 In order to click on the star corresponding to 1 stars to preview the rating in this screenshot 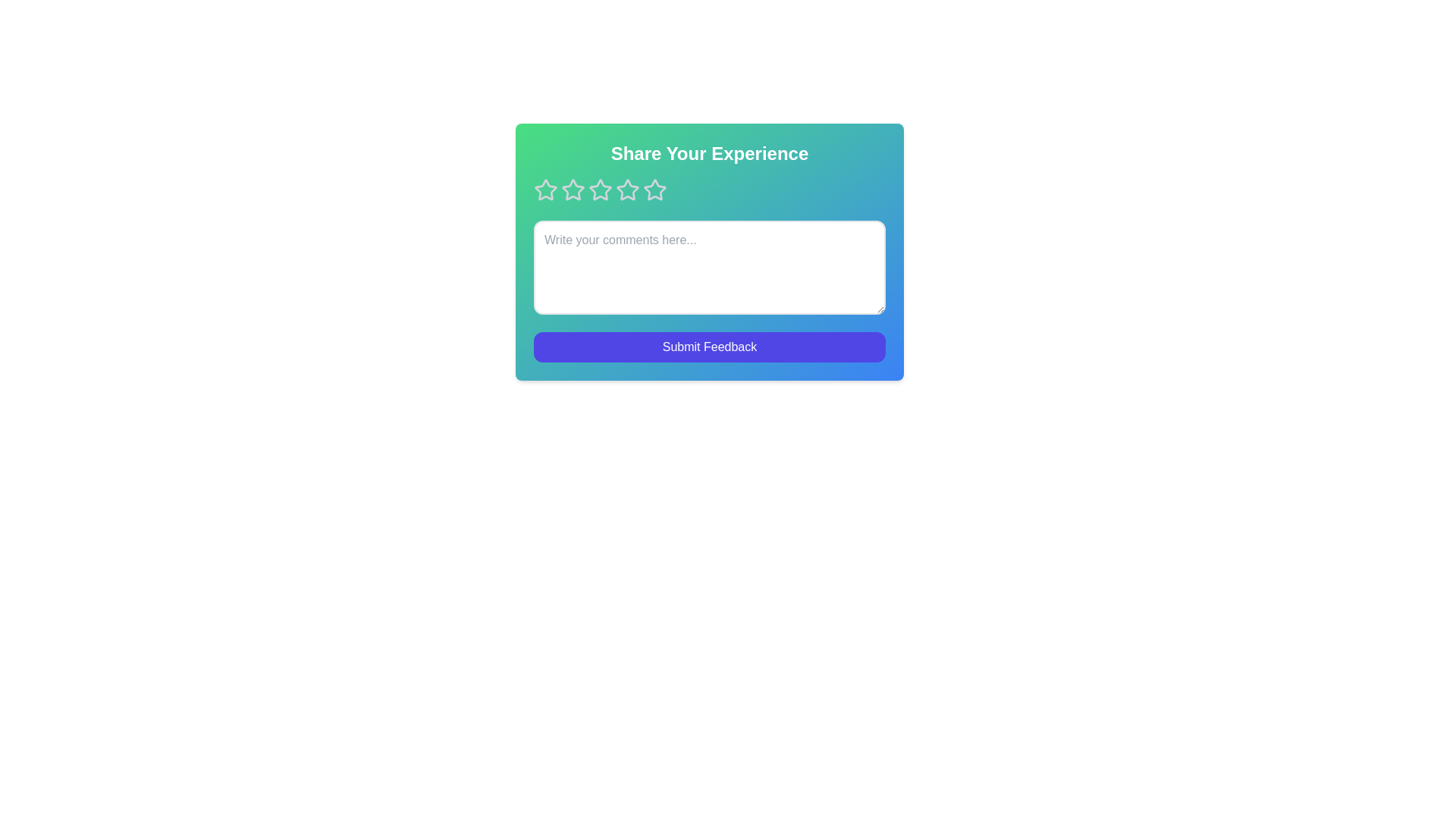, I will do `click(546, 189)`.